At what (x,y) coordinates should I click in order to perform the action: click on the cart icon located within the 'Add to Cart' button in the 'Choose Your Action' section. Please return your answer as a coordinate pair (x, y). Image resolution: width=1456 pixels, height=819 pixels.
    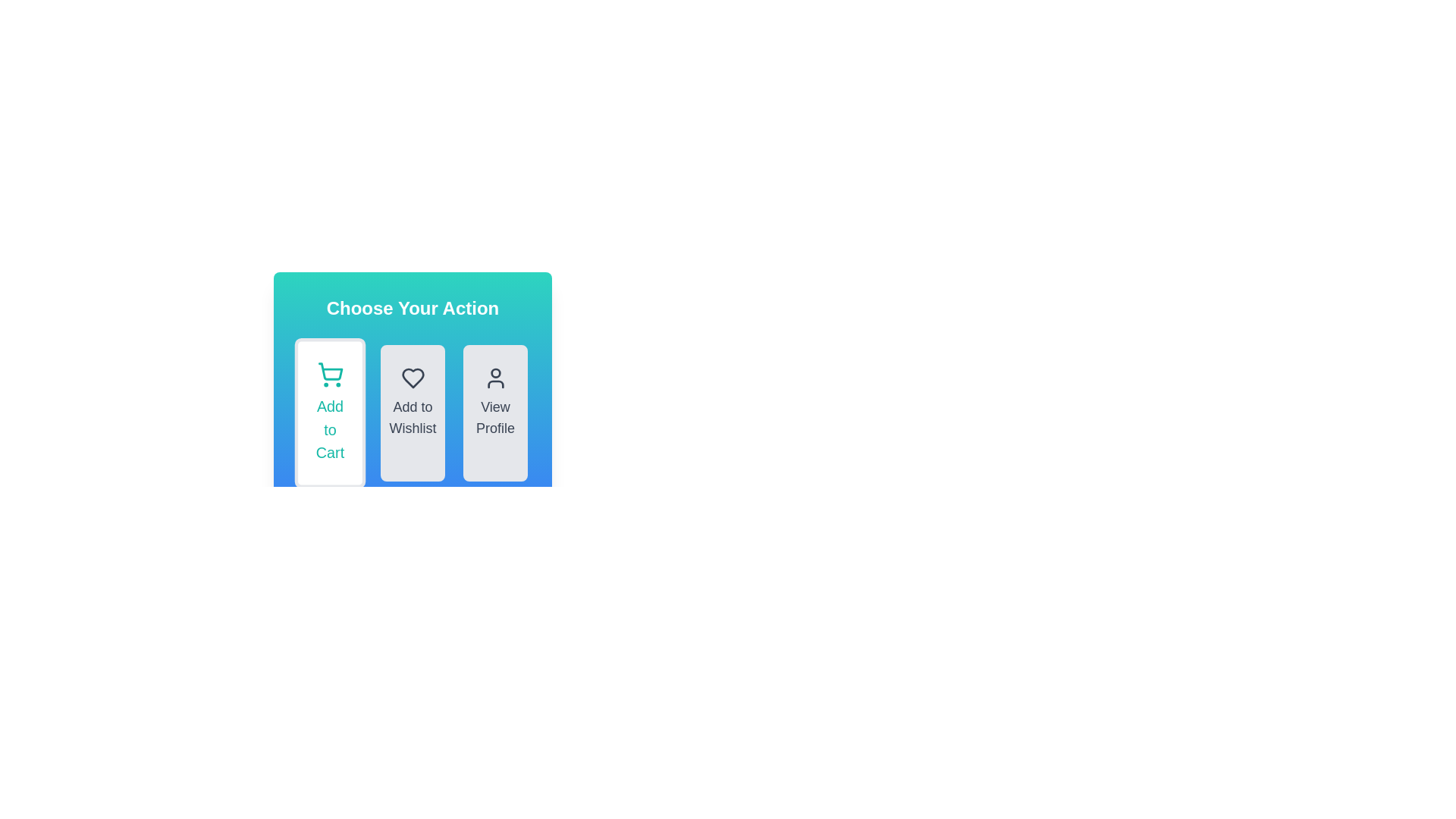
    Looking at the image, I should click on (329, 372).